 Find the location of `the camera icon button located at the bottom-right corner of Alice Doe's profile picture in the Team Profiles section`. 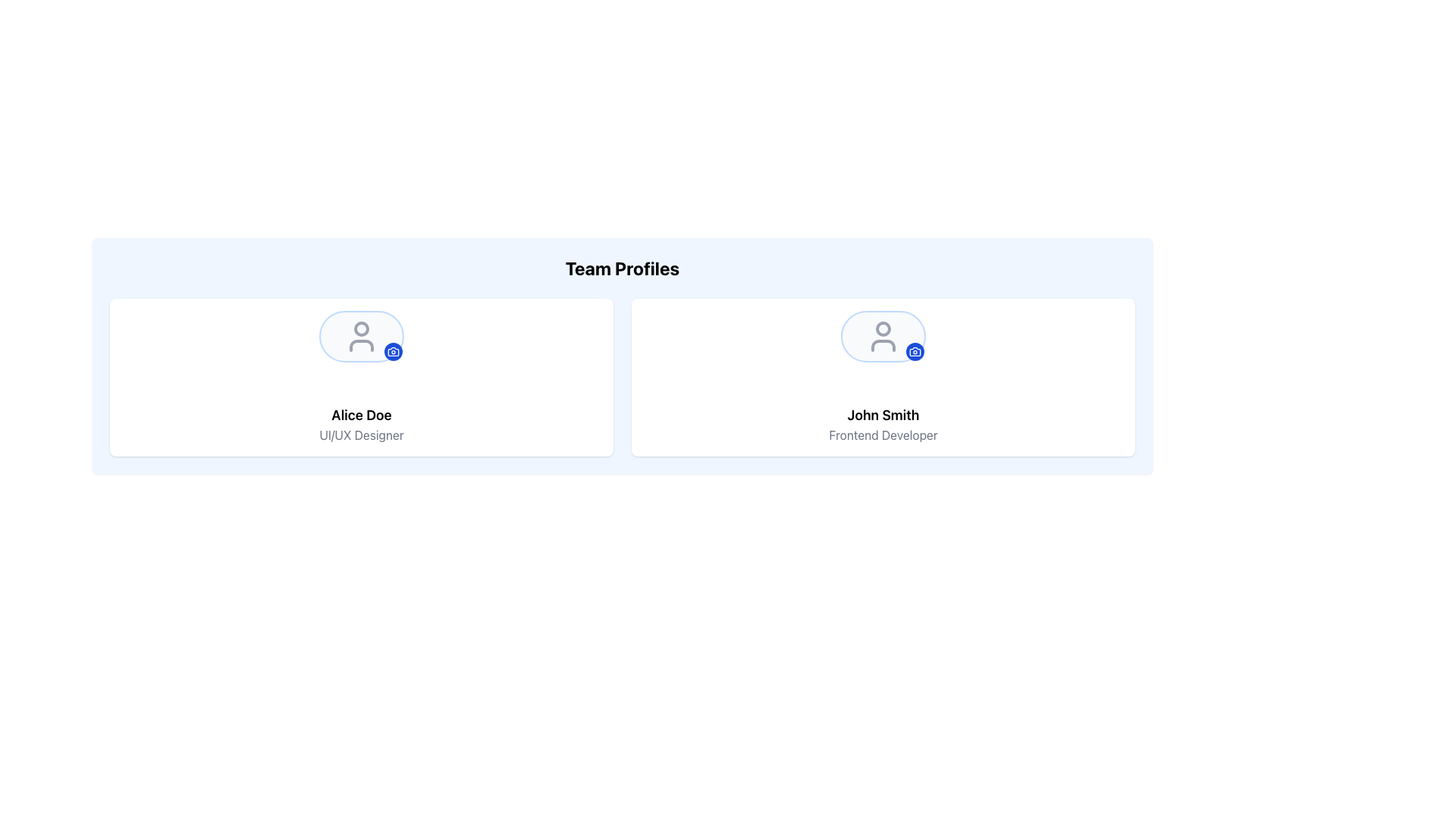

the camera icon button located at the bottom-right corner of Alice Doe's profile picture in the Team Profiles section is located at coordinates (393, 351).